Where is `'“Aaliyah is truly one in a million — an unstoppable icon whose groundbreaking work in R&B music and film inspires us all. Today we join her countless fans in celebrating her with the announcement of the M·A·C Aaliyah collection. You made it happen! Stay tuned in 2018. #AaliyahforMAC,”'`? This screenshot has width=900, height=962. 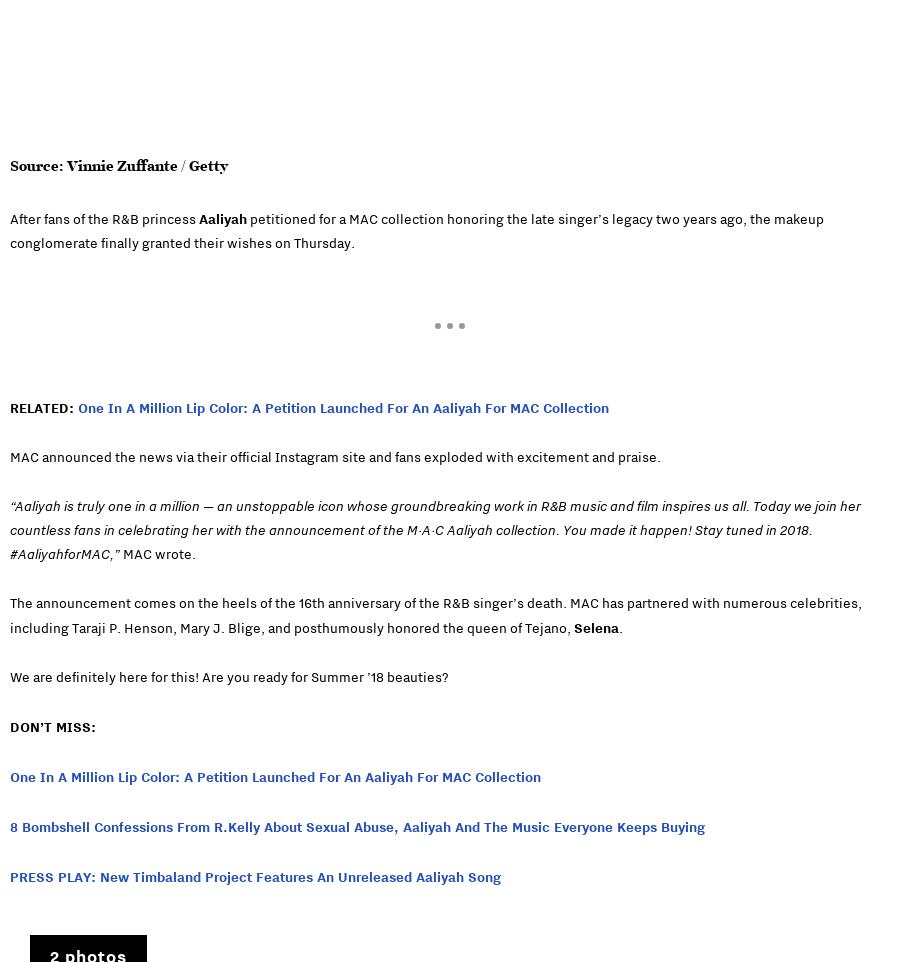
'“Aaliyah is truly one in a million — an unstoppable icon whose groundbreaking work in R&B music and film inspires us all. Today we join her countless fans in celebrating her with the announcement of the M·A·C Aaliyah collection. You made it happen! Stay tuned in 2018. #AaliyahforMAC,”' is located at coordinates (435, 530).